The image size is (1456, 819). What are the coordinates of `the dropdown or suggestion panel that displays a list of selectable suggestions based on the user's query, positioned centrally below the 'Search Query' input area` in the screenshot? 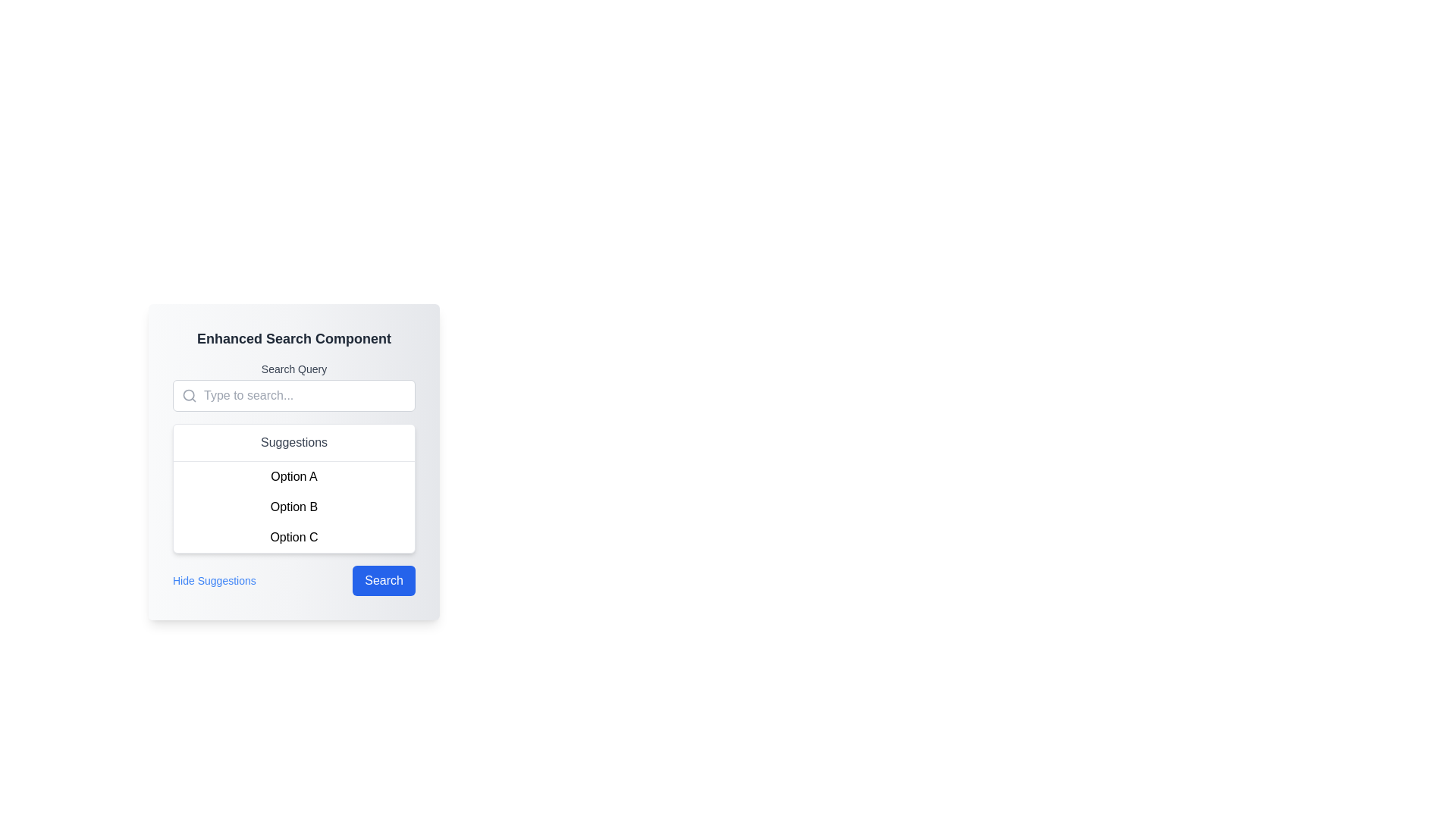 It's located at (294, 488).